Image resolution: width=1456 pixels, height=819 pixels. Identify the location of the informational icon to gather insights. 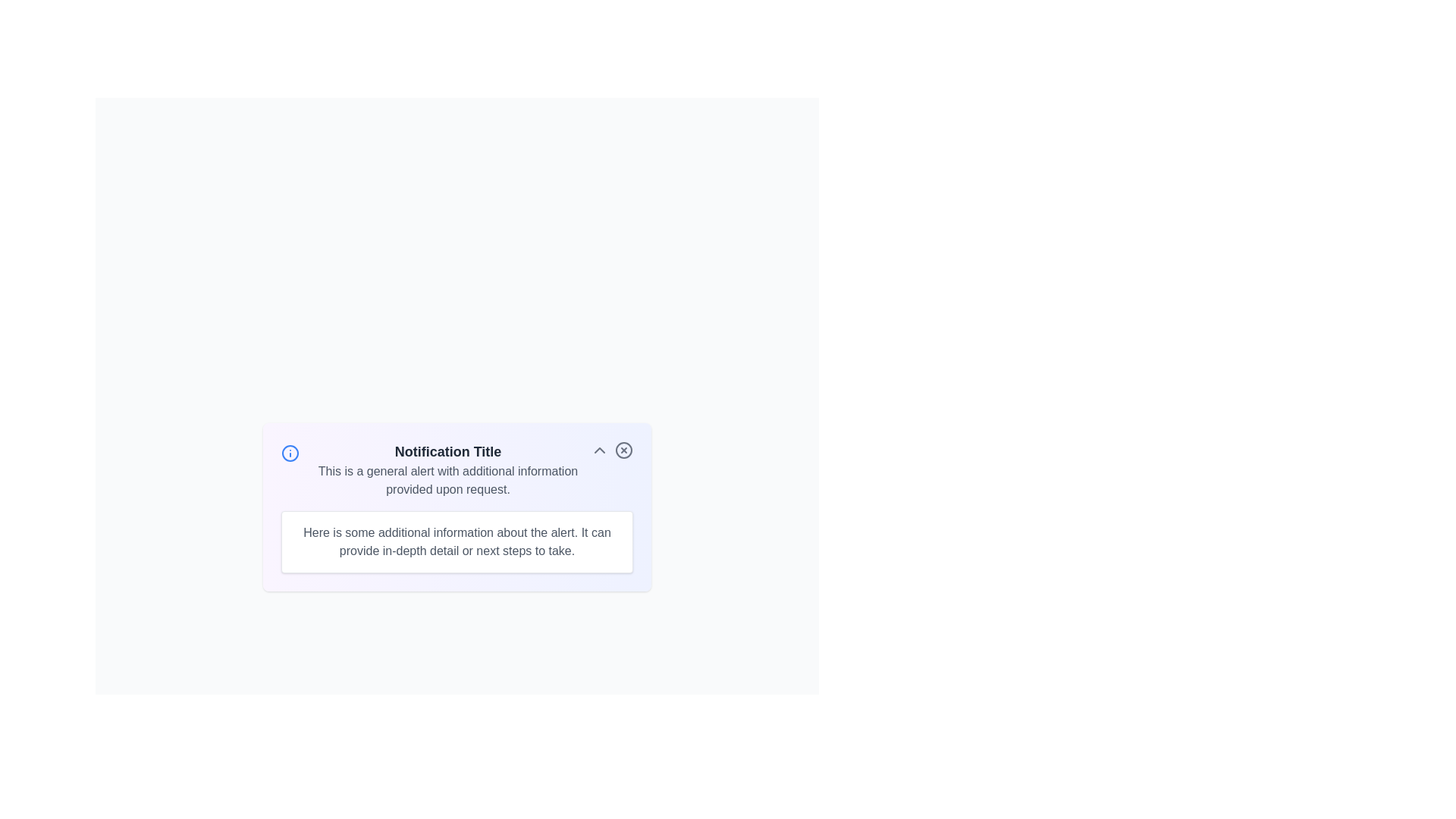
(290, 452).